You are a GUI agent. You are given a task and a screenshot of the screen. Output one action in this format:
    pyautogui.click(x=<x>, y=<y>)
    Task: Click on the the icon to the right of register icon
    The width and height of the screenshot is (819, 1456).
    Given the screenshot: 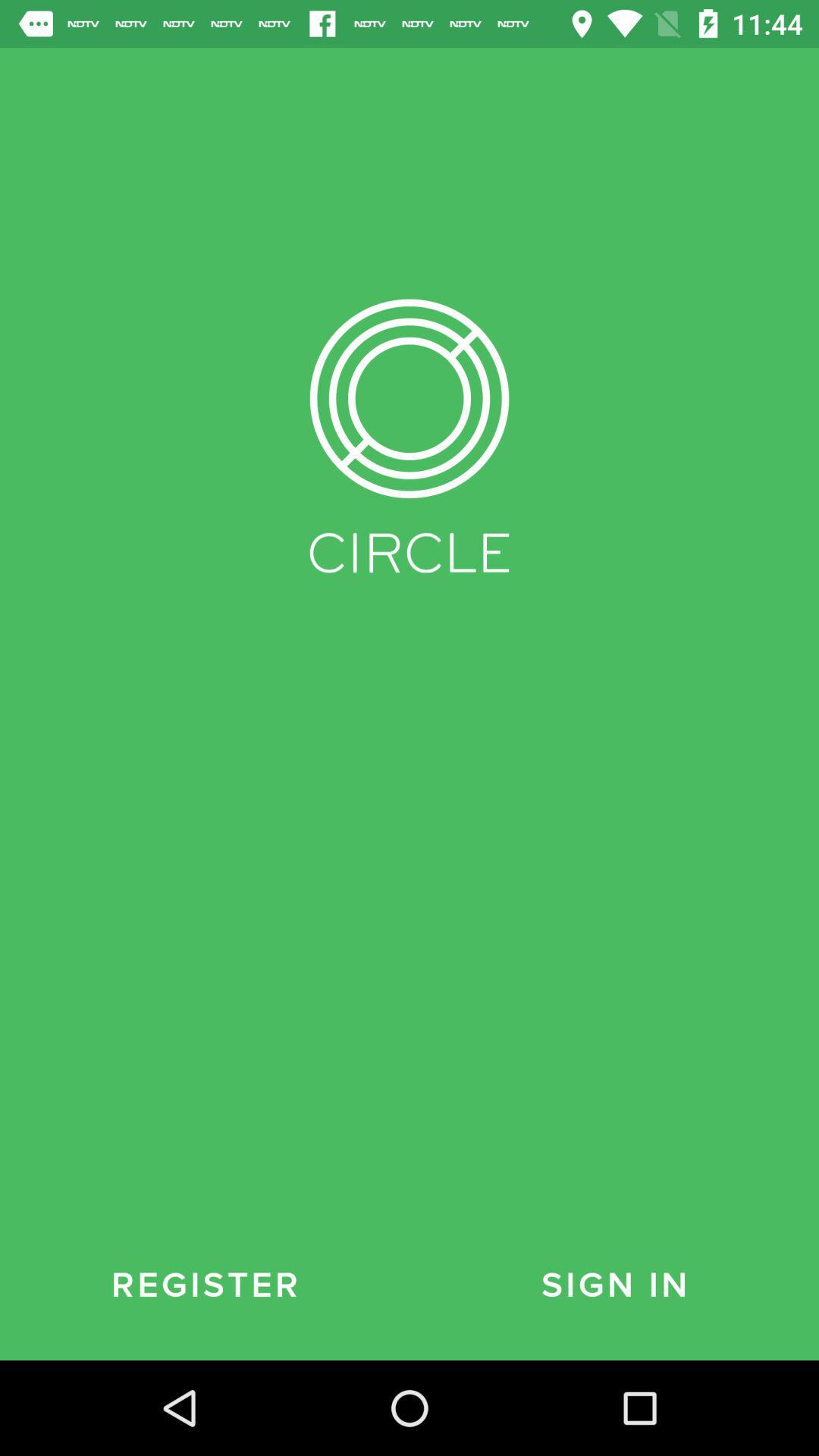 What is the action you would take?
    pyautogui.click(x=614, y=1285)
    